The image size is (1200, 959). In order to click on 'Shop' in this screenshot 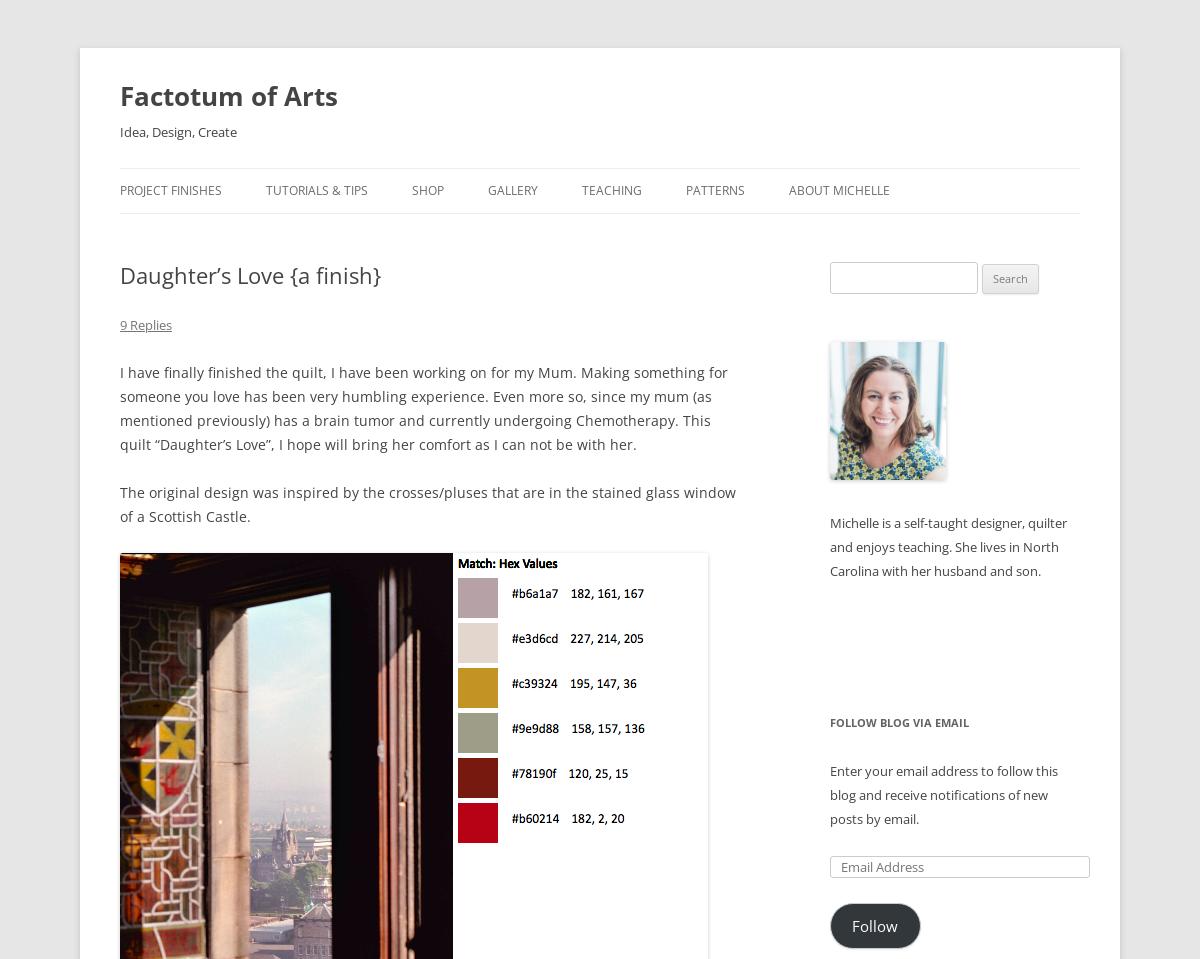, I will do `click(411, 189)`.